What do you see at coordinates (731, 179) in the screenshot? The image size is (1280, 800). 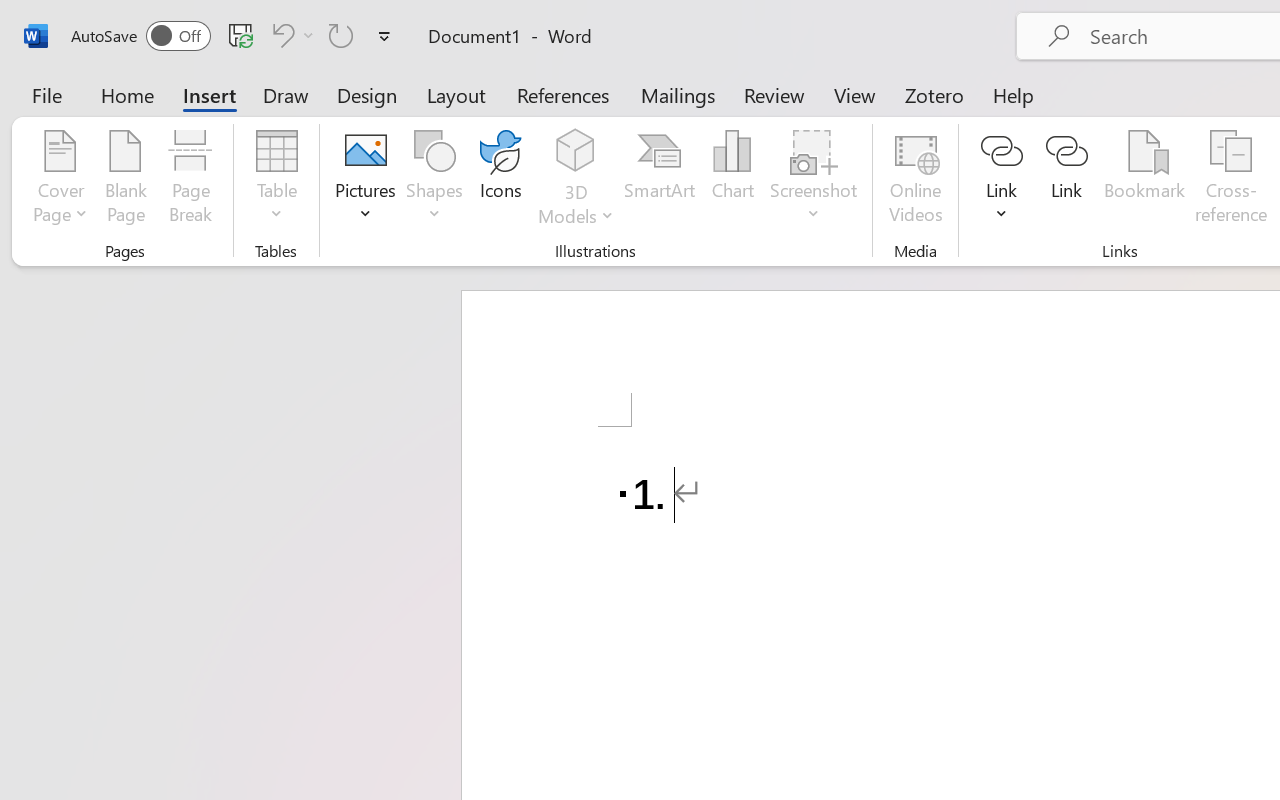 I see `'Chart...'` at bounding box center [731, 179].